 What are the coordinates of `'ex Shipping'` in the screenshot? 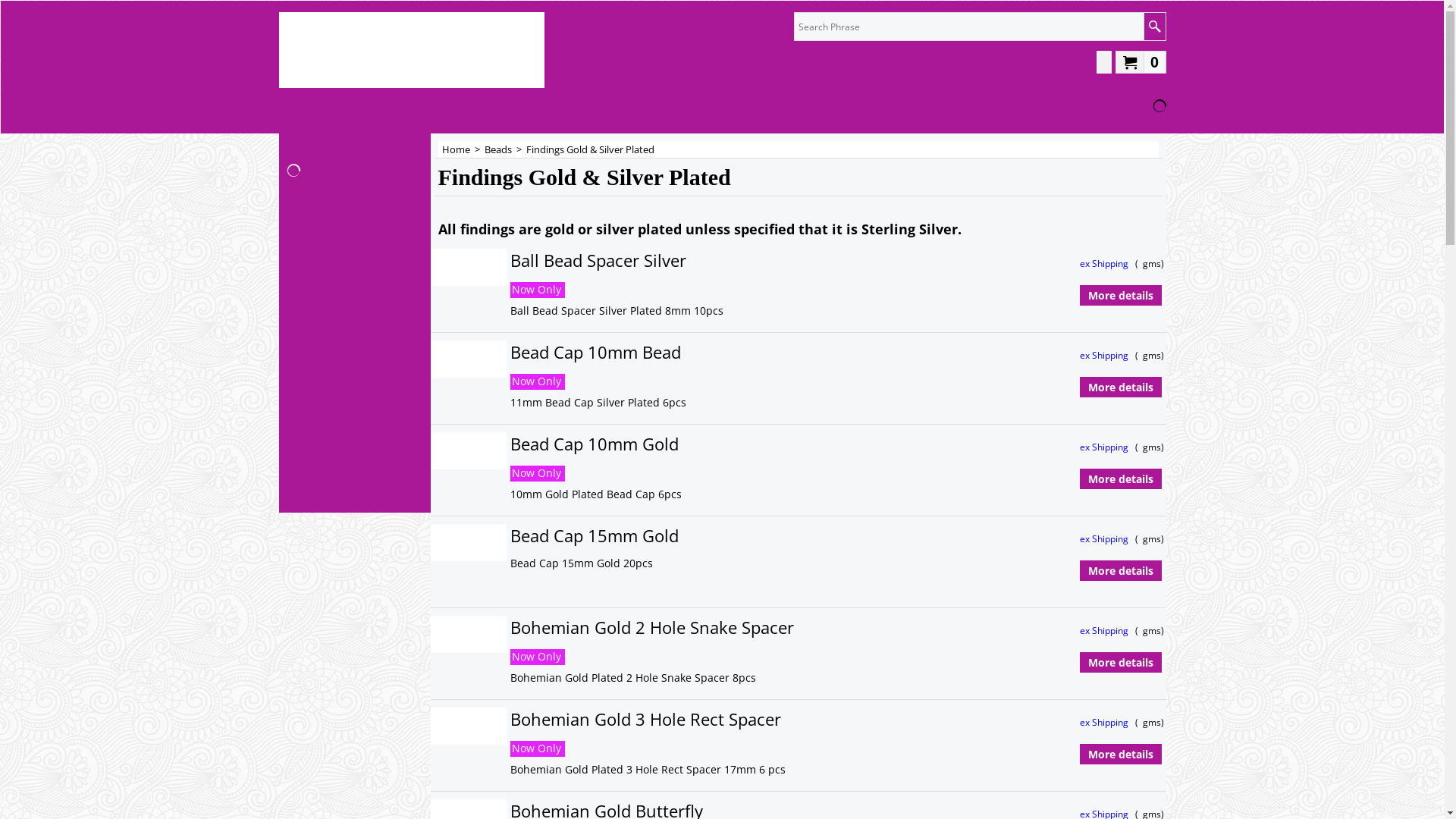 It's located at (1105, 355).